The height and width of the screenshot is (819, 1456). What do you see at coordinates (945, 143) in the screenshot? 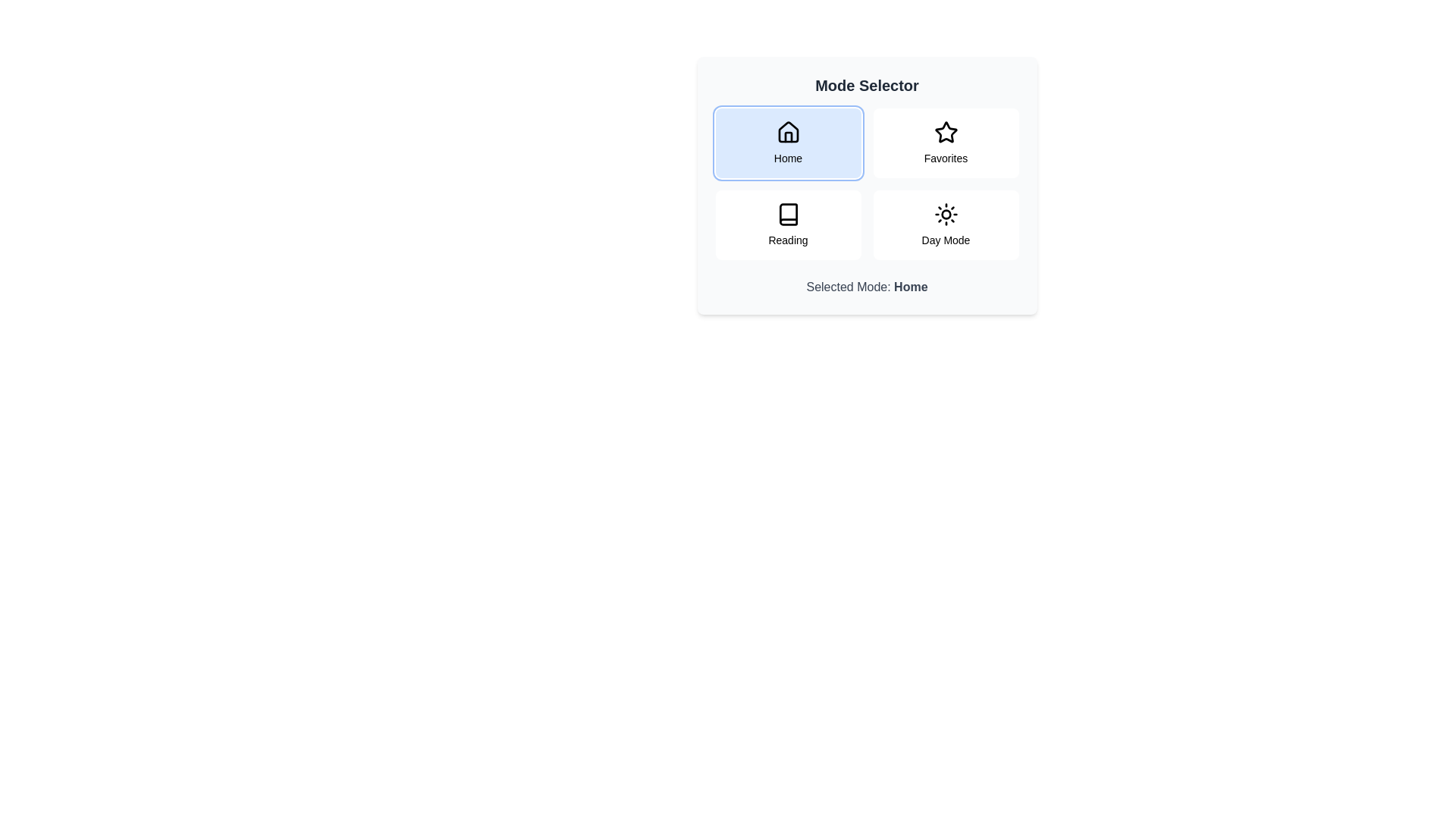
I see `the button corresponding to the mode Favorites` at bounding box center [945, 143].